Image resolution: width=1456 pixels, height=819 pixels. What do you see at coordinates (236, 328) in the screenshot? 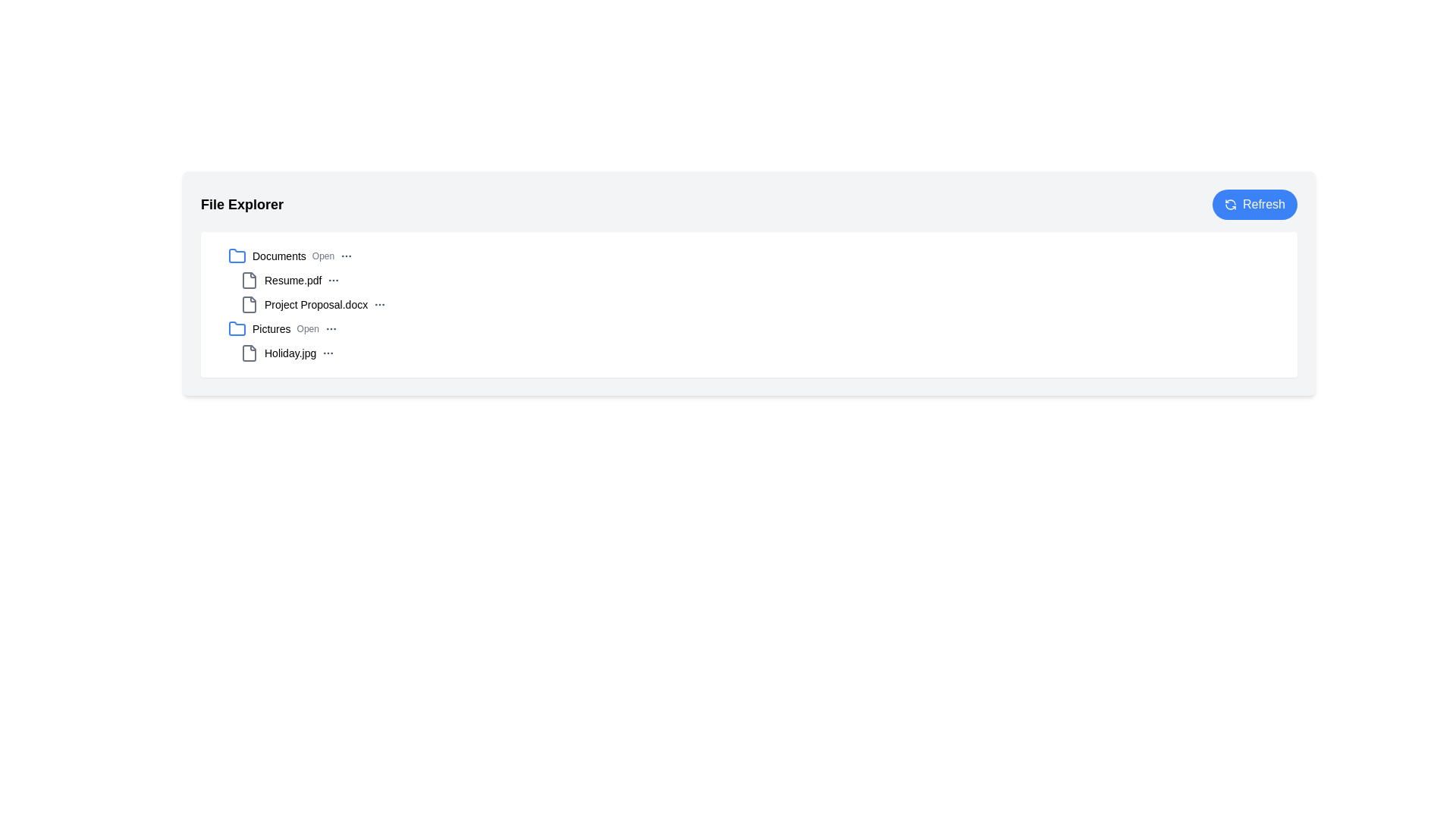
I see `the blue folder SVG icon located in the second row of the file list, immediately to the left of the 'Pictures' text label` at bounding box center [236, 328].